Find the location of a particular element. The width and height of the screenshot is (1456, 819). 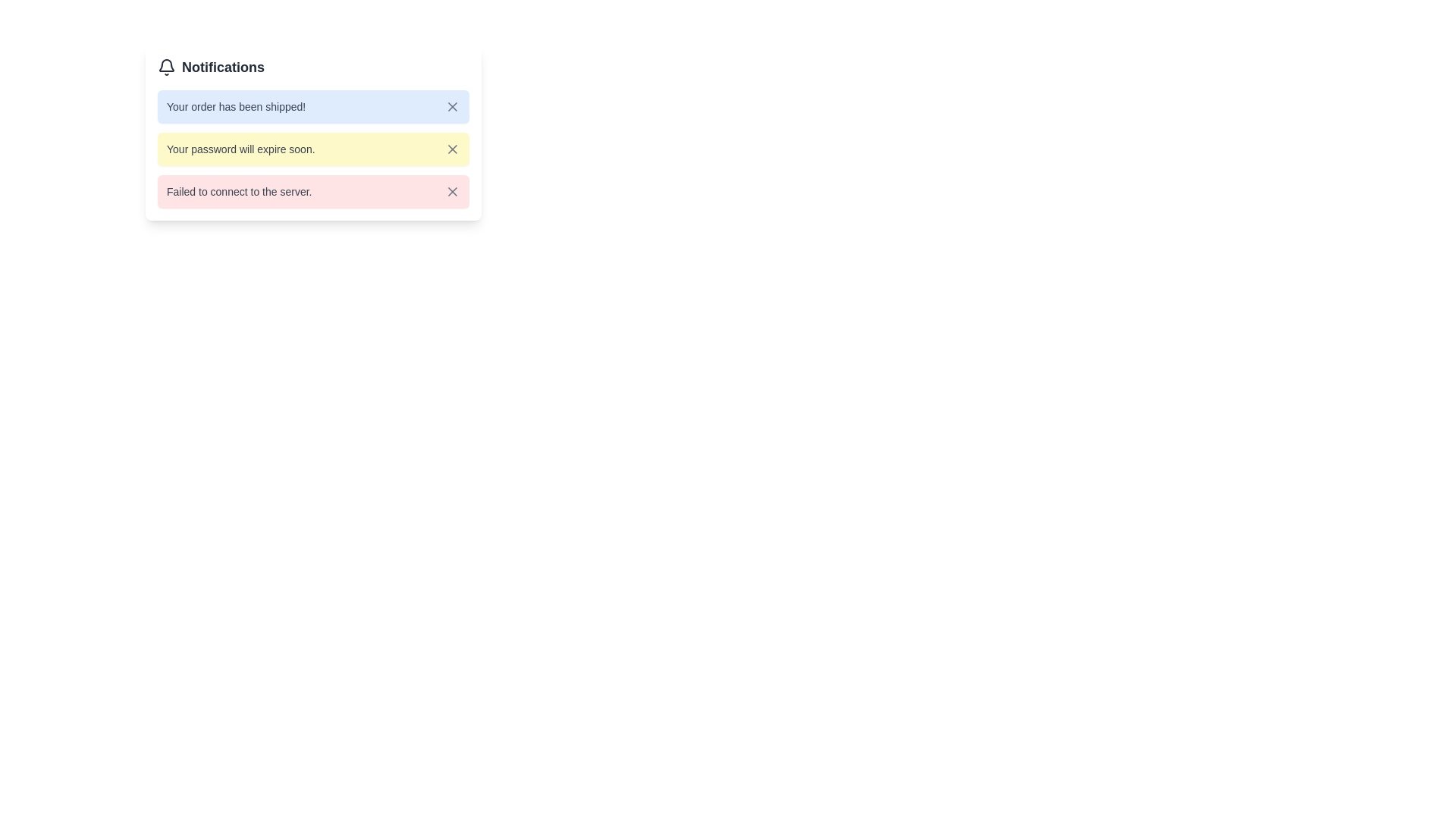

the 'X' icon used to indicate a close or dismiss functionality in the notification section, which is positioned to the right of the notification item titled 'Your password will expire soon.' is located at coordinates (451, 106).